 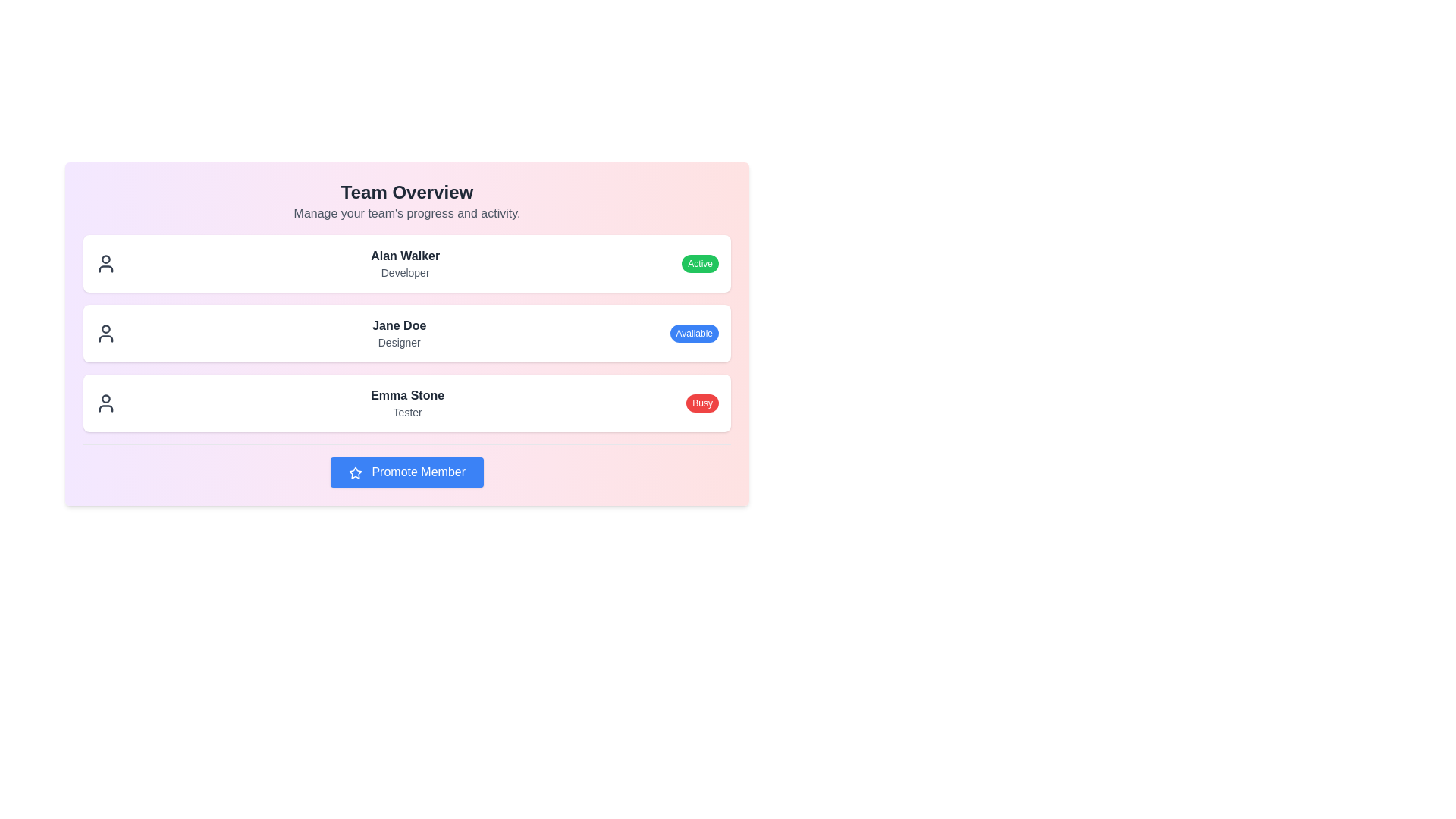 I want to click on on the label displaying 'Jane Doe' in the team overview interface, so click(x=399, y=325).